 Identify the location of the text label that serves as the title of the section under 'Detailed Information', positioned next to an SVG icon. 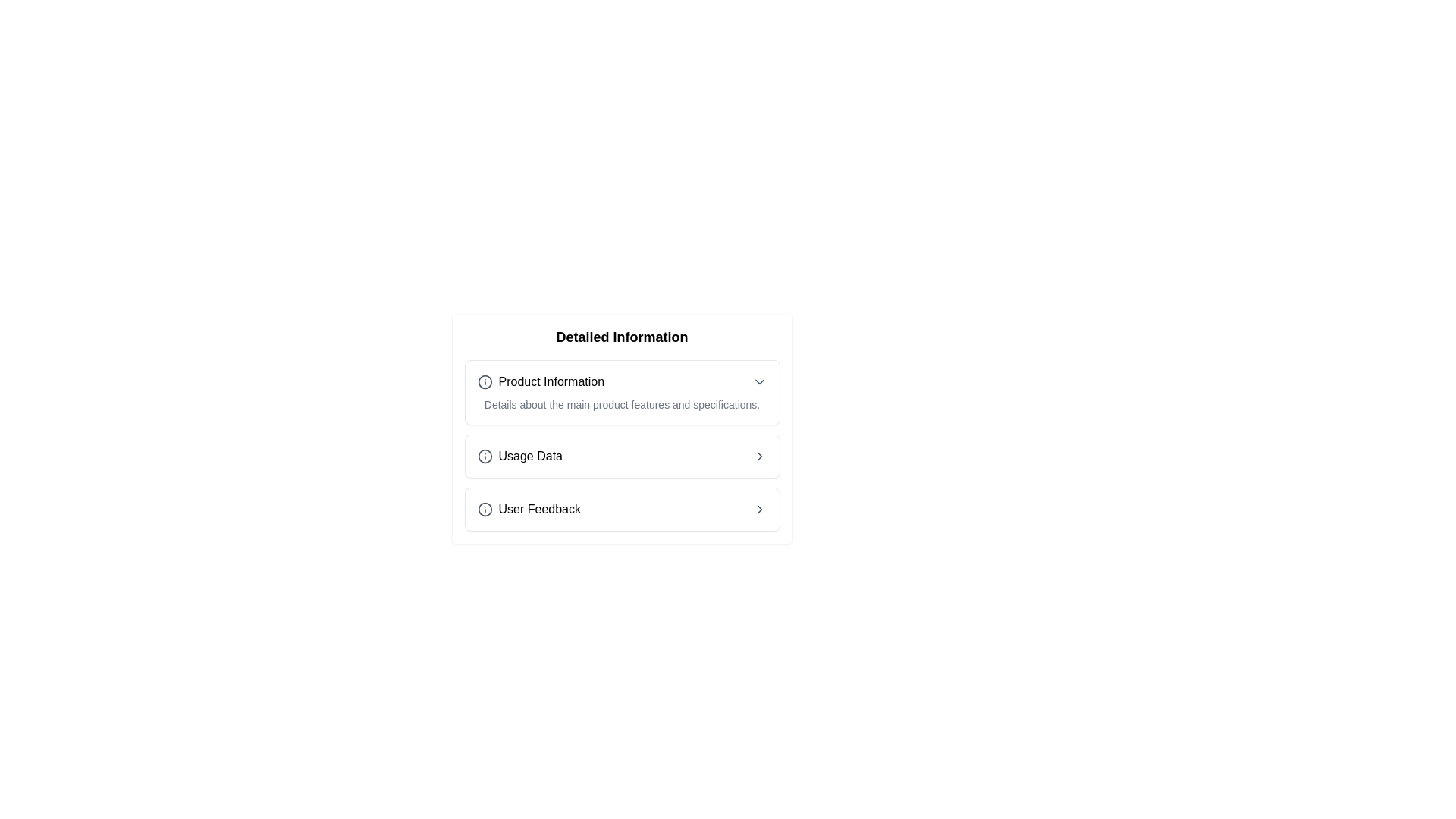
(551, 381).